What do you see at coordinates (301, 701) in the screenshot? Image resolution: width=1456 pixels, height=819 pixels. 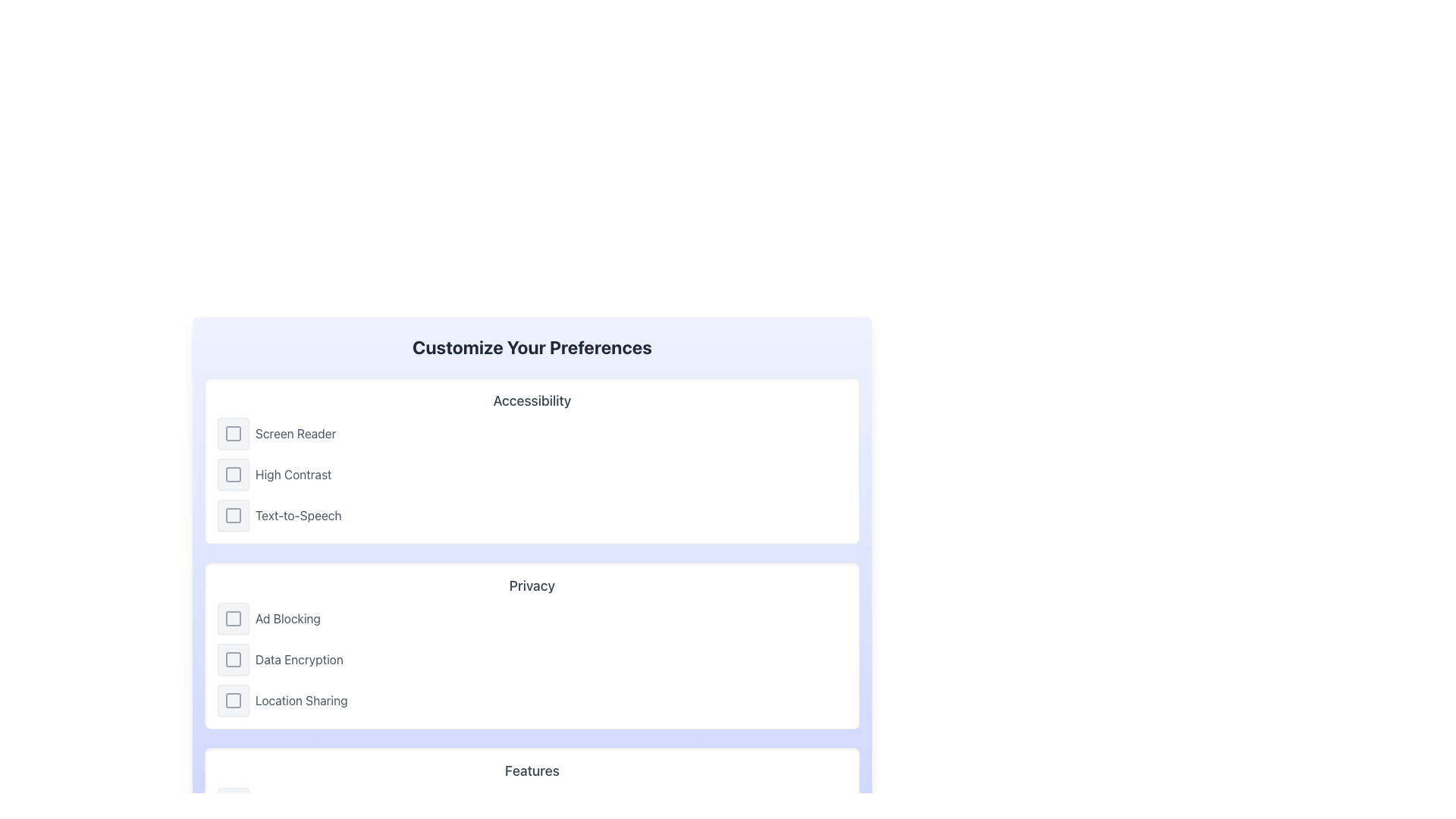 I see `the 'Location Sharing' text label, which is the third item in the 'Privacy' list and positioned at the bottom, immediately following 'Data Encryption'` at bounding box center [301, 701].